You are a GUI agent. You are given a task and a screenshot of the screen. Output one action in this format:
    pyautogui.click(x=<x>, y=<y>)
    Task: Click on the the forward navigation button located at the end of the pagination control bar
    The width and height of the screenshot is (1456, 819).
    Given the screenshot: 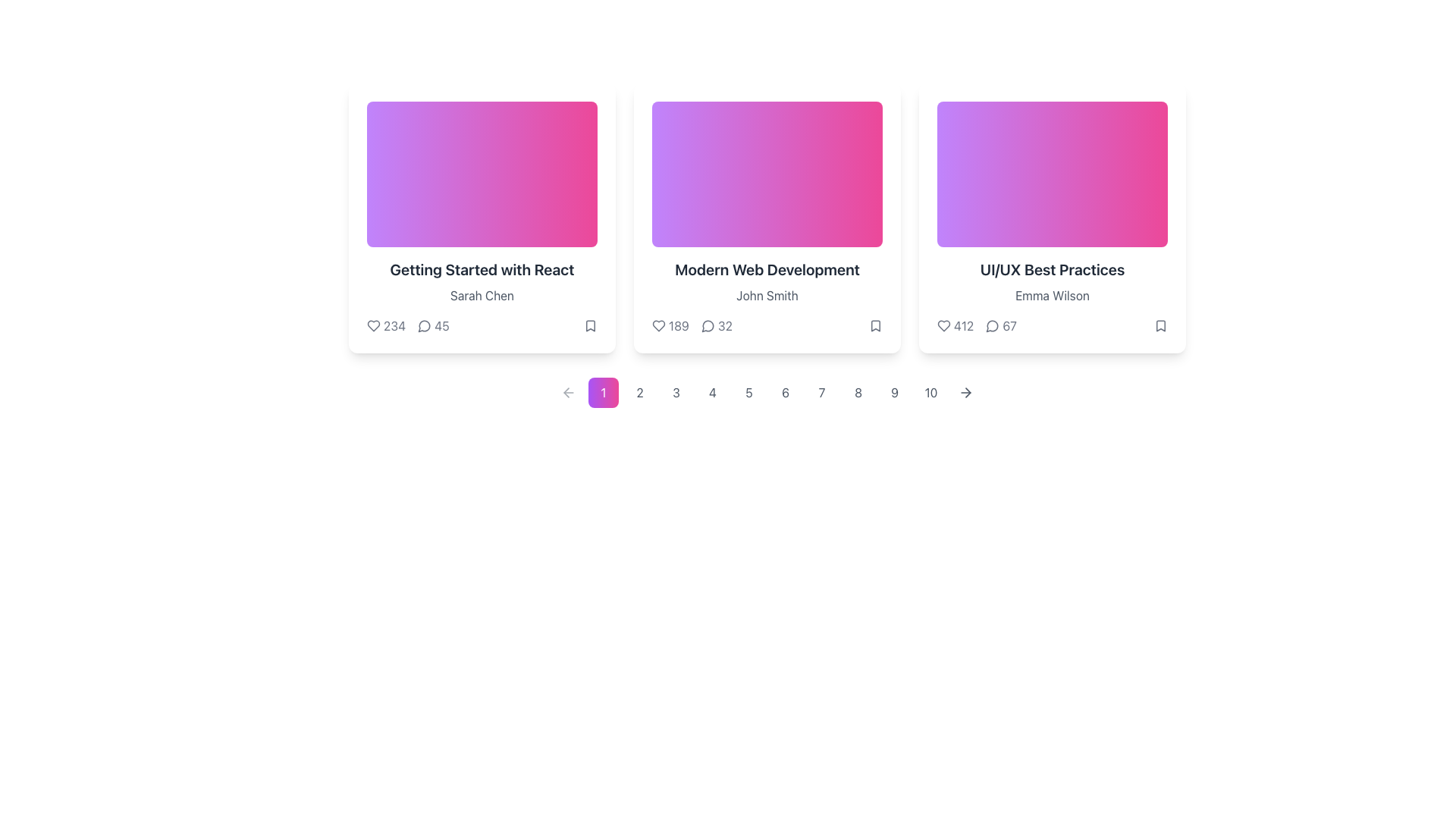 What is the action you would take?
    pyautogui.click(x=965, y=391)
    